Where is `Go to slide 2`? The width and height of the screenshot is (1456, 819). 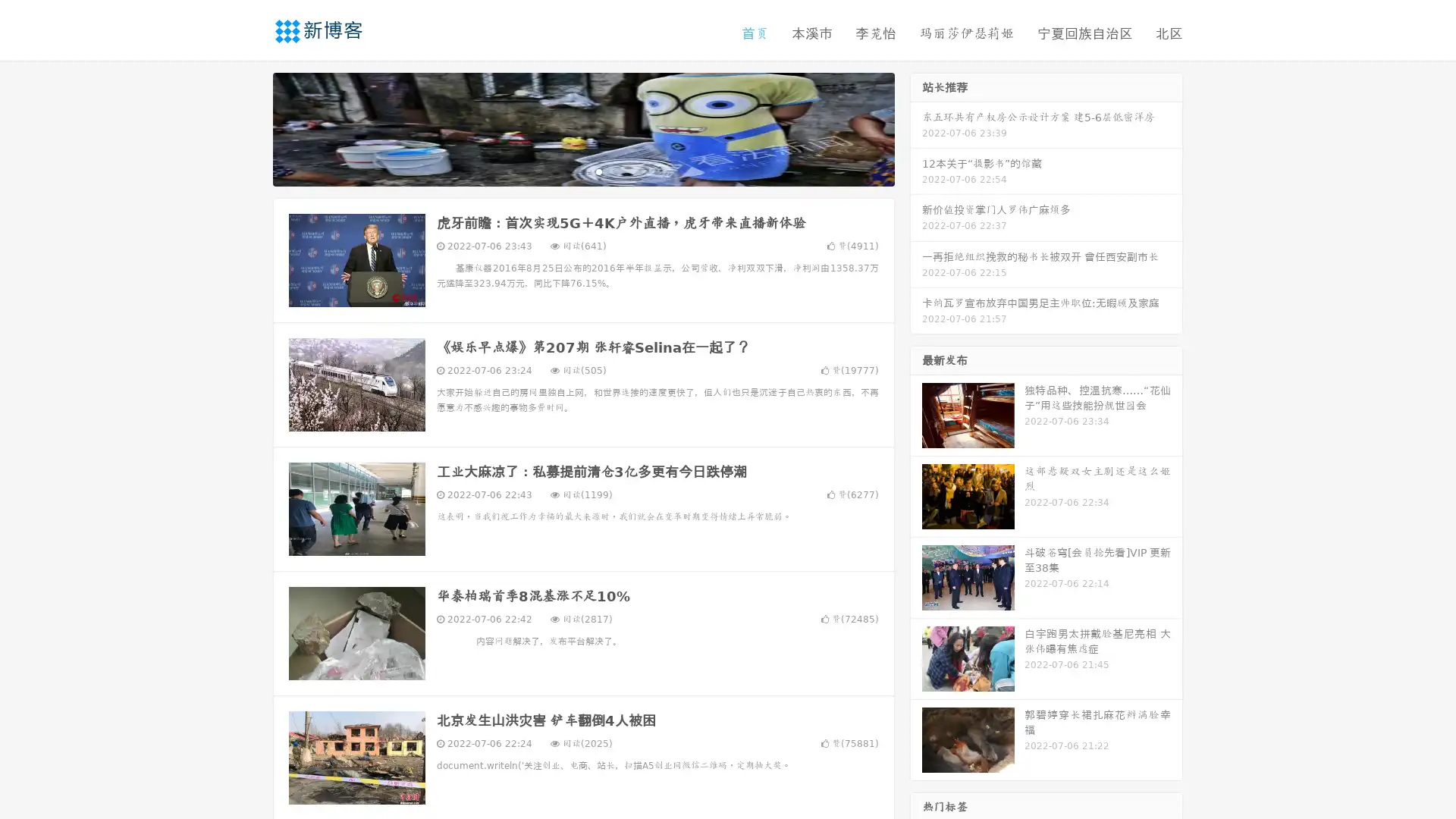
Go to slide 2 is located at coordinates (582, 171).